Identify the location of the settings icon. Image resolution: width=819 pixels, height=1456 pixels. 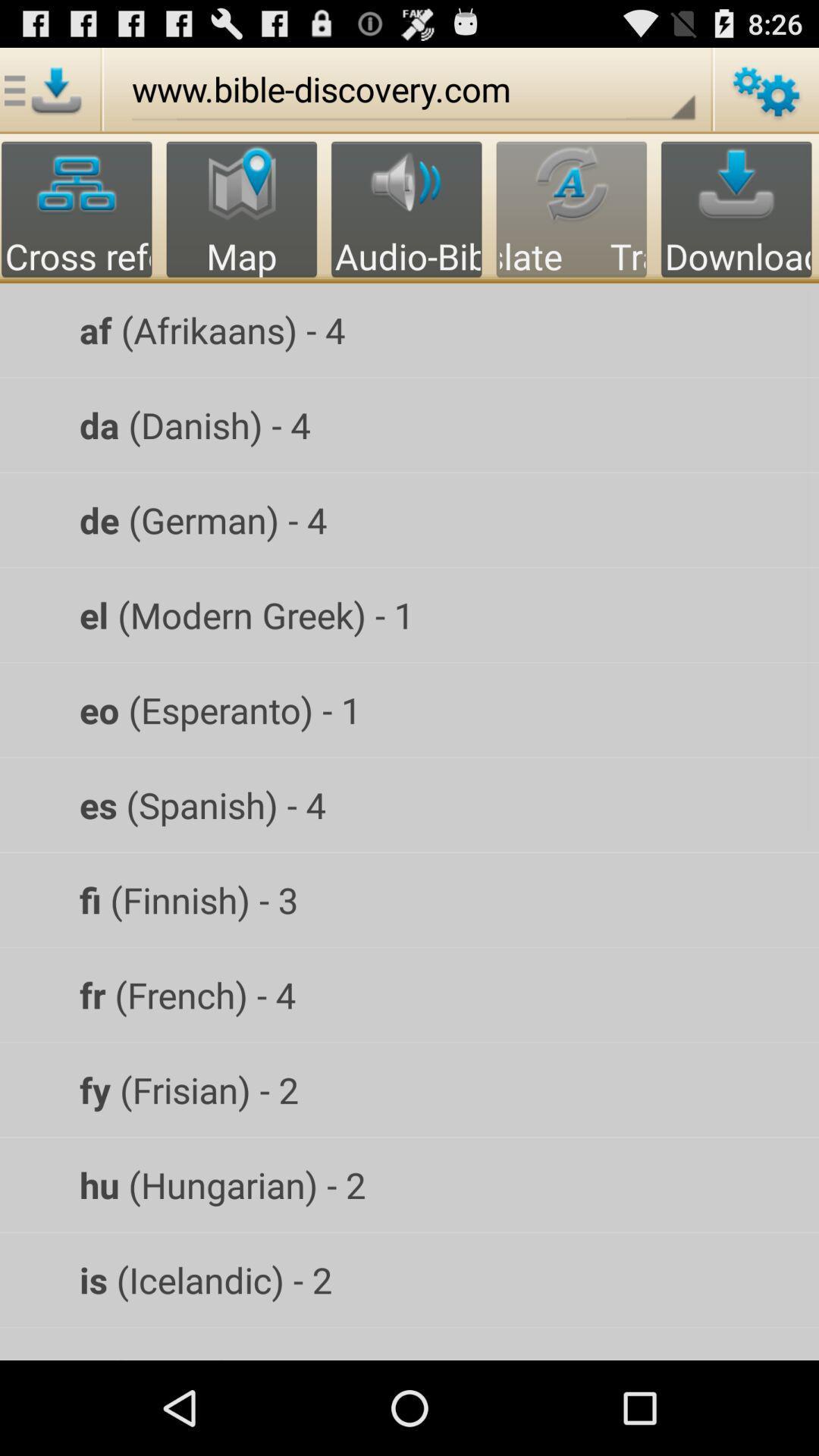
(765, 96).